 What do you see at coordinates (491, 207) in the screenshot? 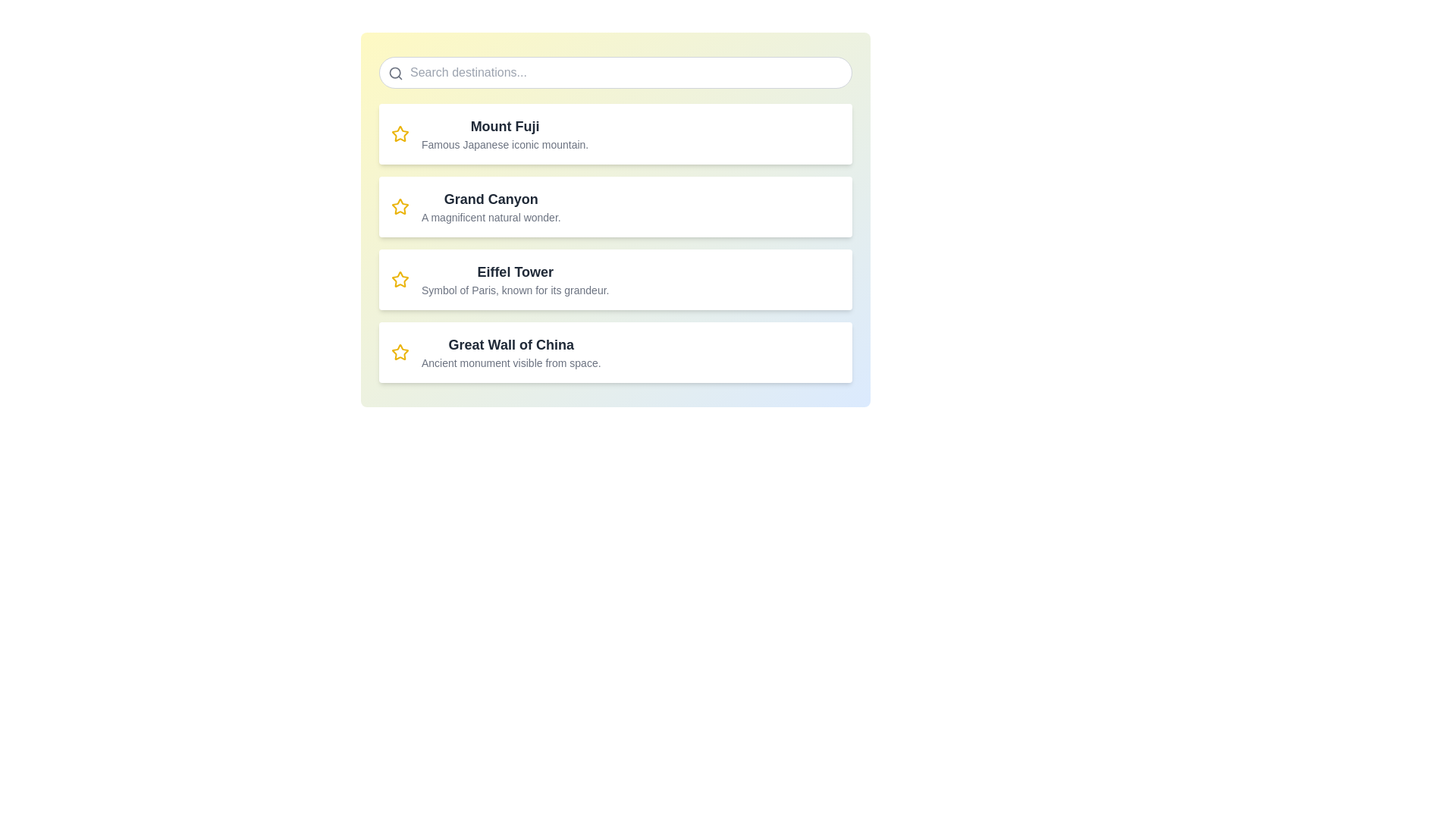
I see `the text block titled 'Grand Canyon' which features a subtitle describing it as 'A magnificent natural wonder.'` at bounding box center [491, 207].